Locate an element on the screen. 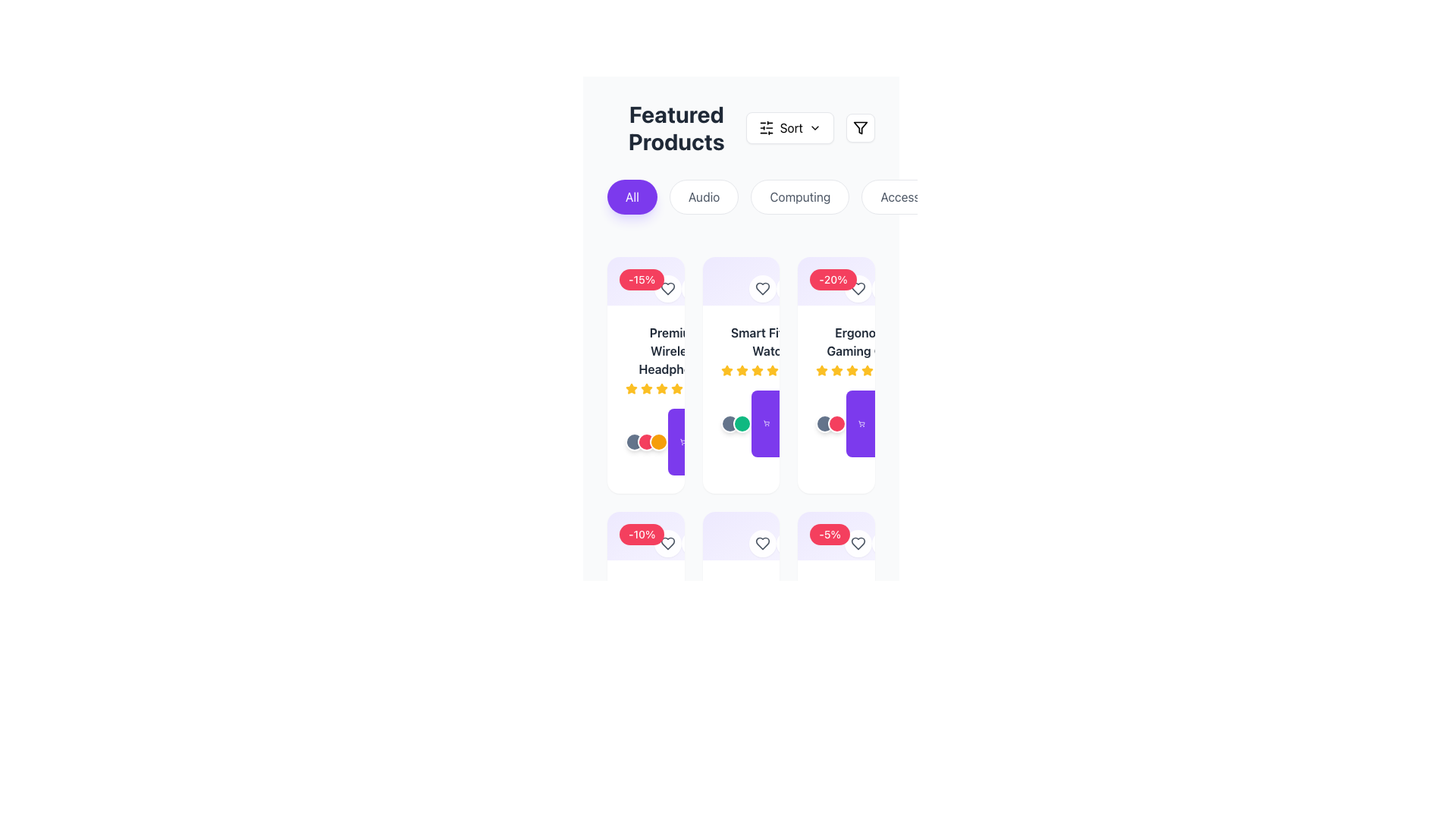 The width and height of the screenshot is (1456, 819). the rating stars of the 'Smart Fitness Watch' product listing summary is located at coordinates (741, 350).